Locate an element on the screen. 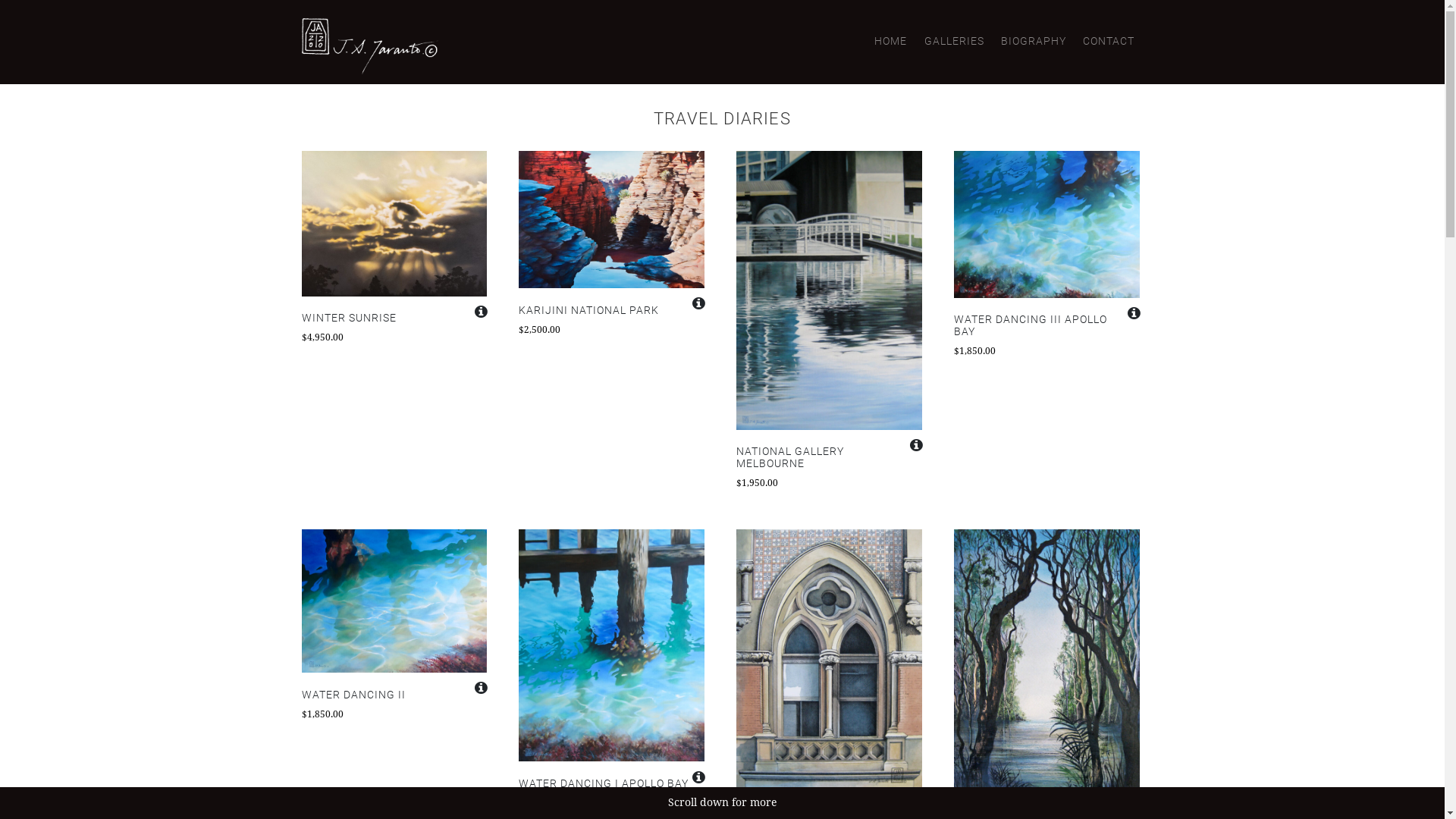 The width and height of the screenshot is (1456, 819). 'GALLERIES' is located at coordinates (952, 40).